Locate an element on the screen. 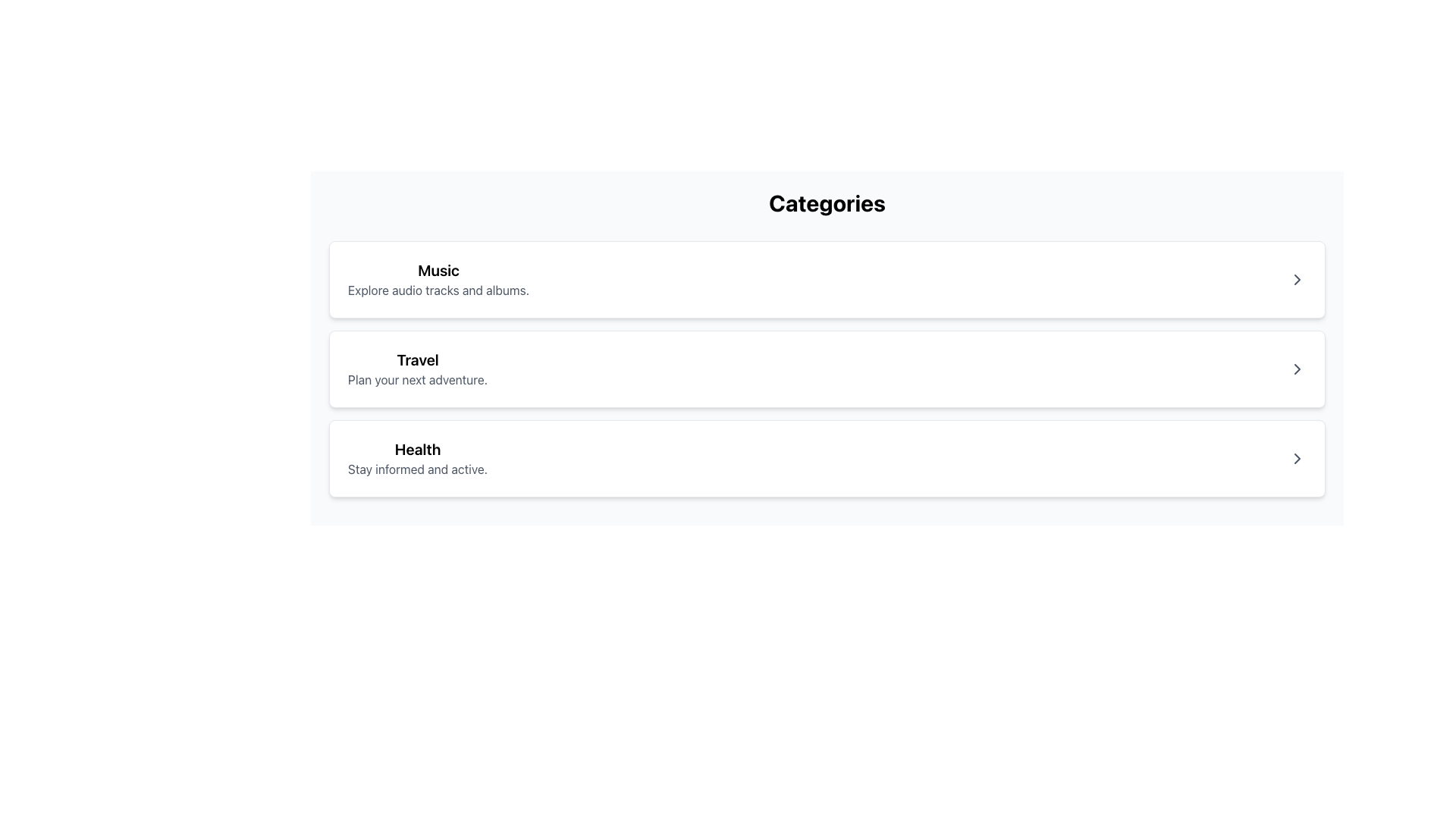 The width and height of the screenshot is (1456, 819). the 'Health' text label, which is a prominent heading styled in a larger and bold font, located under the 'Categories' section as the heading of the third card is located at coordinates (418, 449).